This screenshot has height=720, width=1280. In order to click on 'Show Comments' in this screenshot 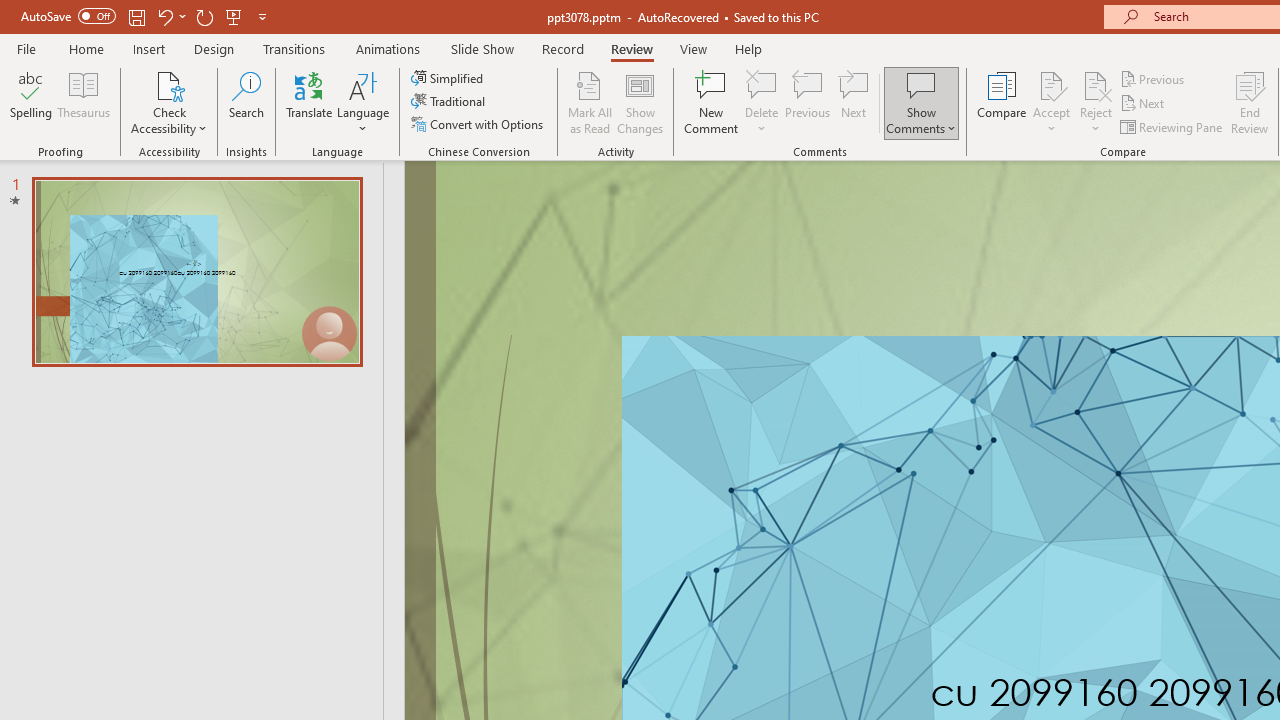, I will do `click(920, 103)`.